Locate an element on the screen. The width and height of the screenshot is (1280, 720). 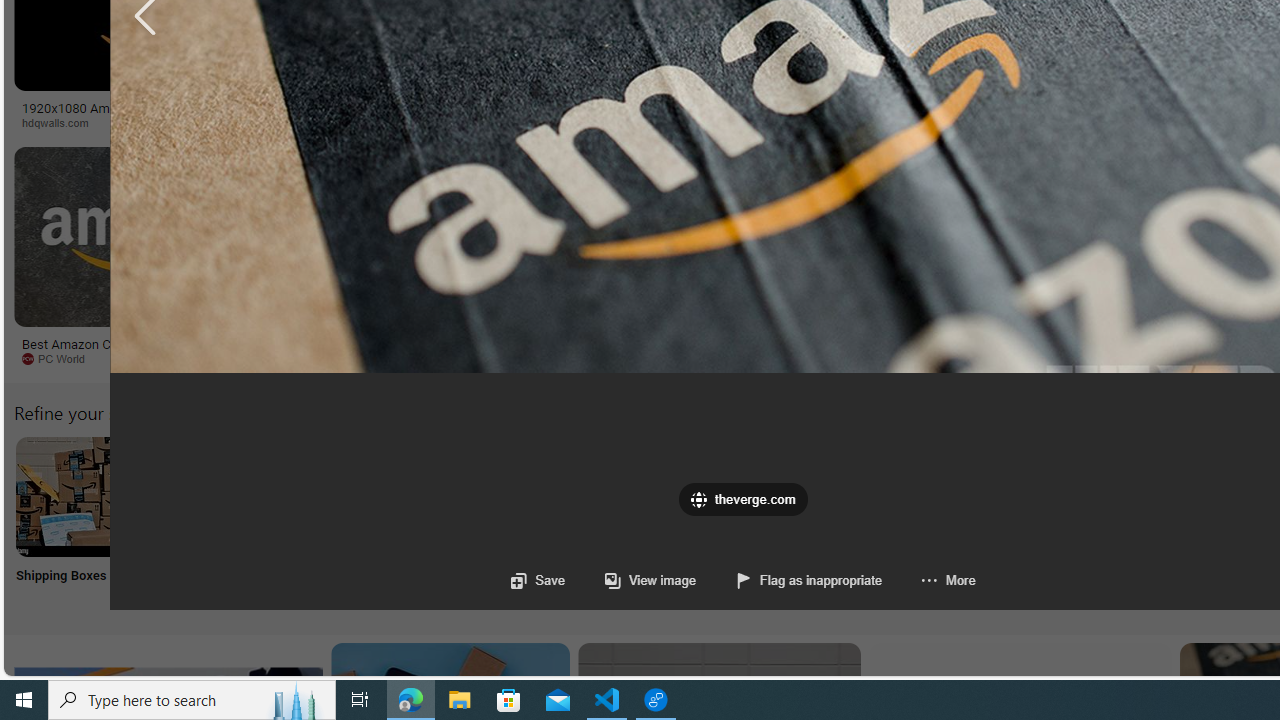
'Clip Art' is located at coordinates (339, 521).